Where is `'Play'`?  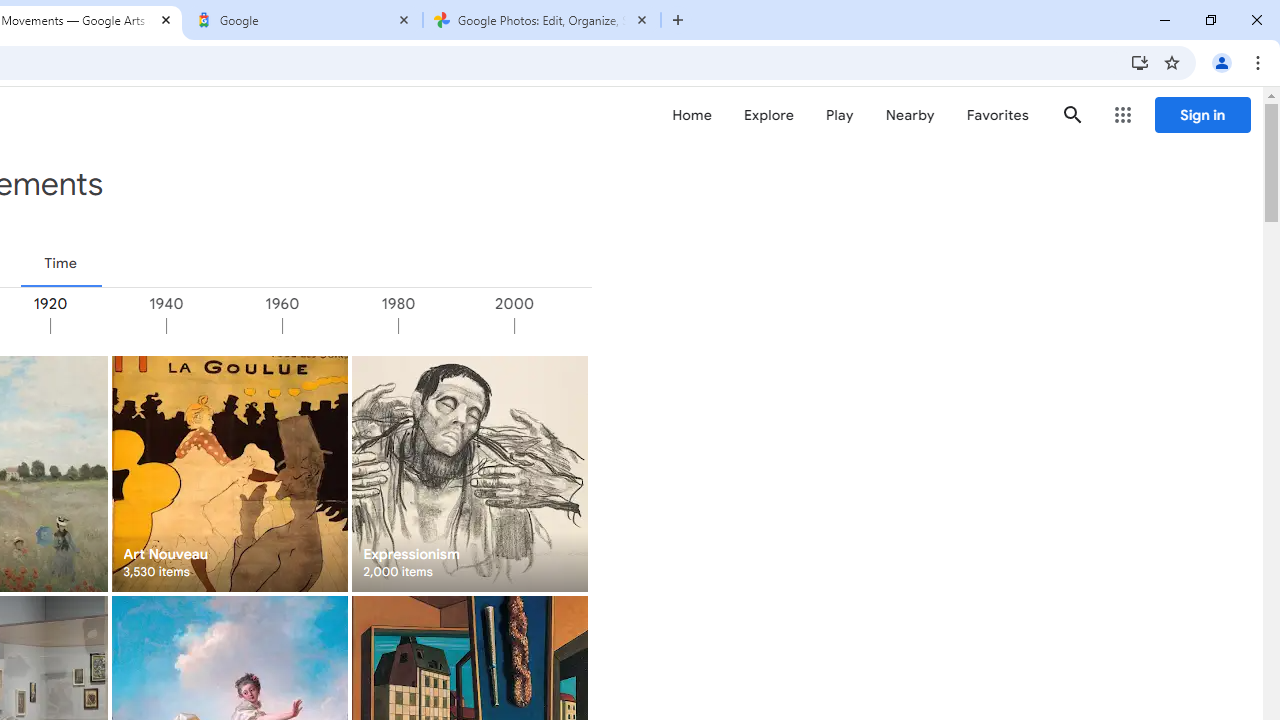
'Play' is located at coordinates (840, 115).